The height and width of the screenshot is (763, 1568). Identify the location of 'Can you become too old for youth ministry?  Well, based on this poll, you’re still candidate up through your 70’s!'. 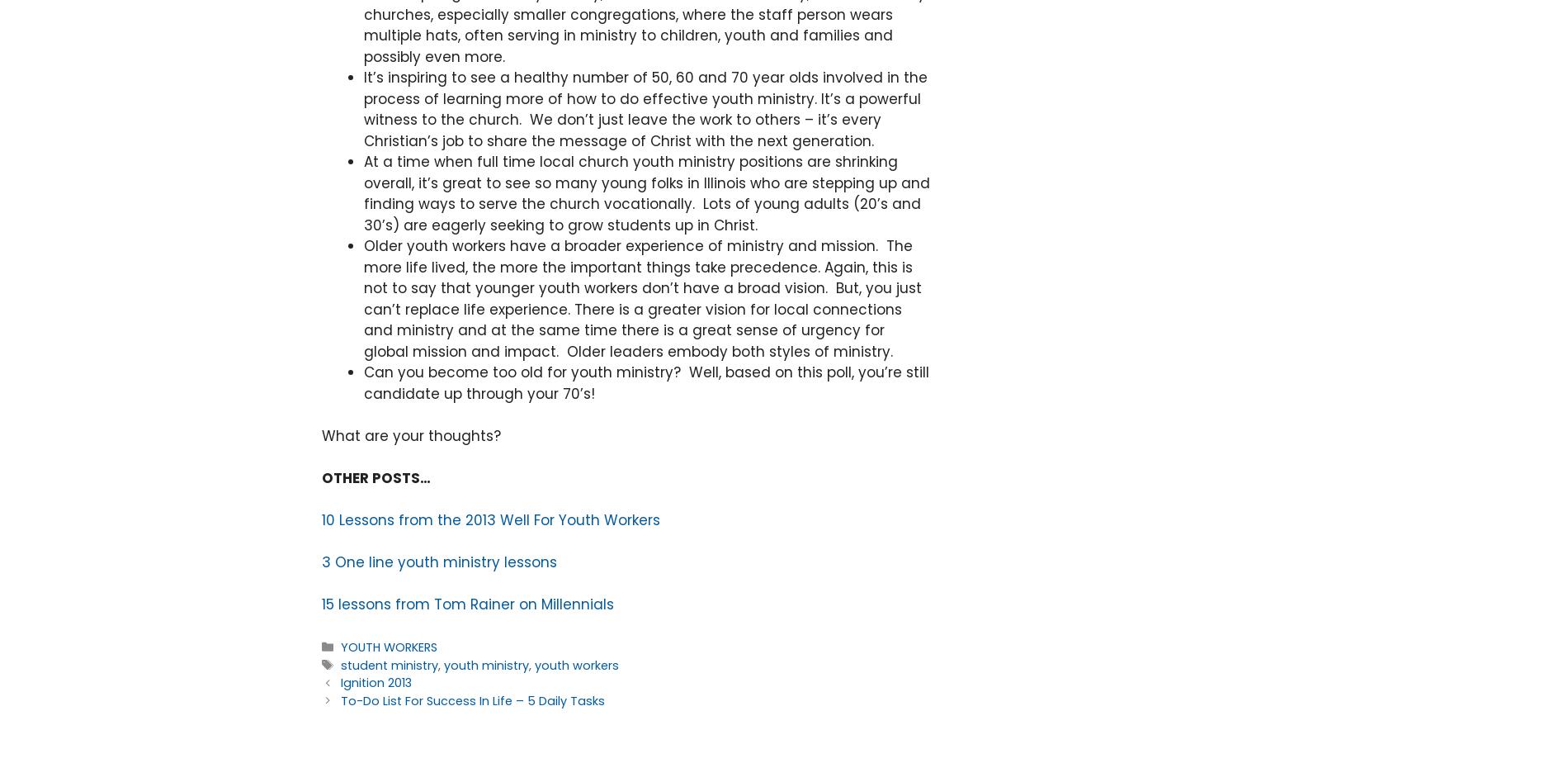
(362, 382).